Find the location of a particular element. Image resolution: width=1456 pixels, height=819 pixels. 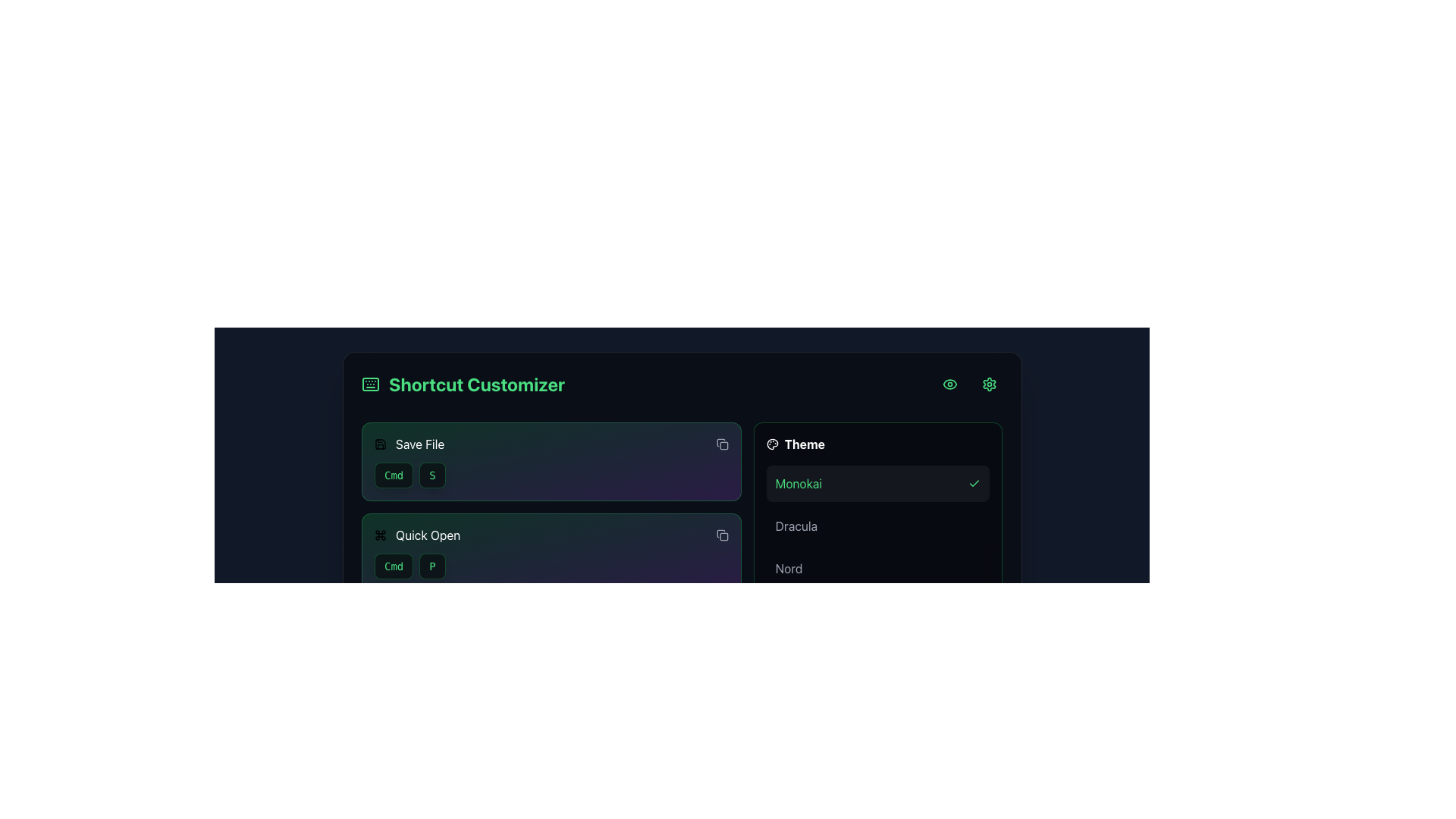

keyboard navigation is located at coordinates (721, 717).